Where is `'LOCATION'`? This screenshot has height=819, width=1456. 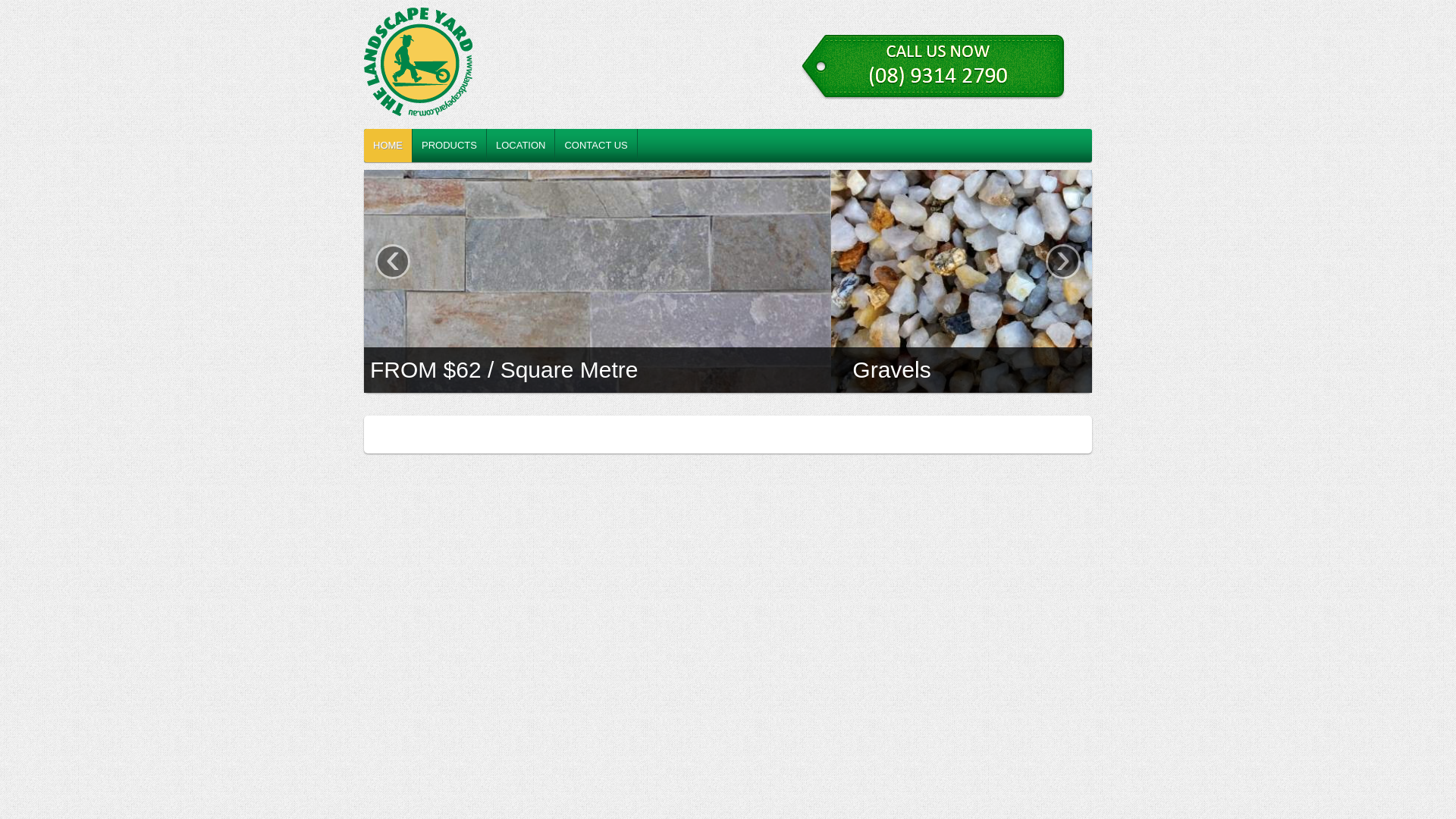
'LOCATION' is located at coordinates (521, 146).